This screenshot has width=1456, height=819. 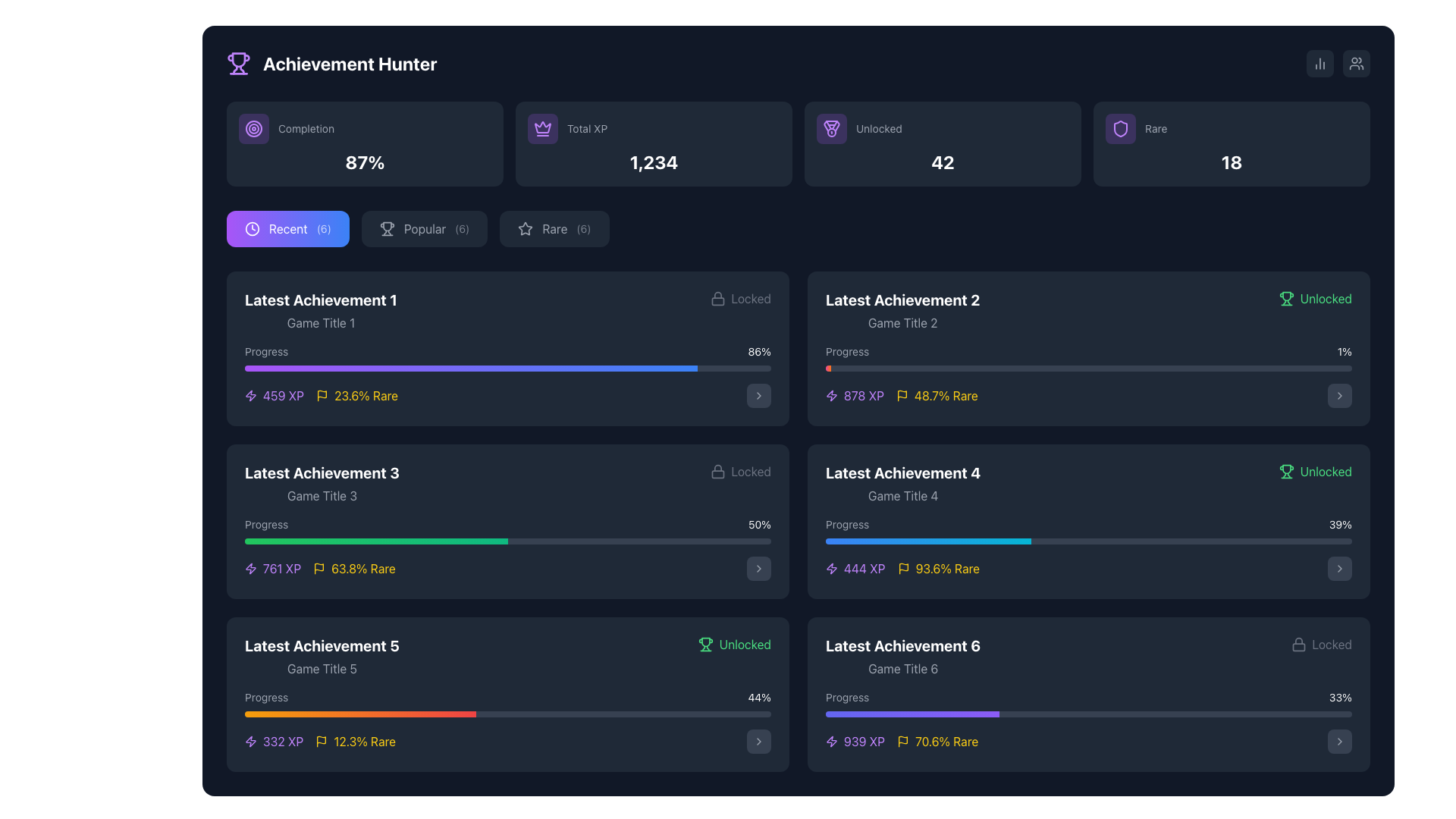 What do you see at coordinates (1121, 127) in the screenshot?
I see `the shield icon with a purple outline located to the left of the 'Rare' text label in the top-right area of the interface` at bounding box center [1121, 127].